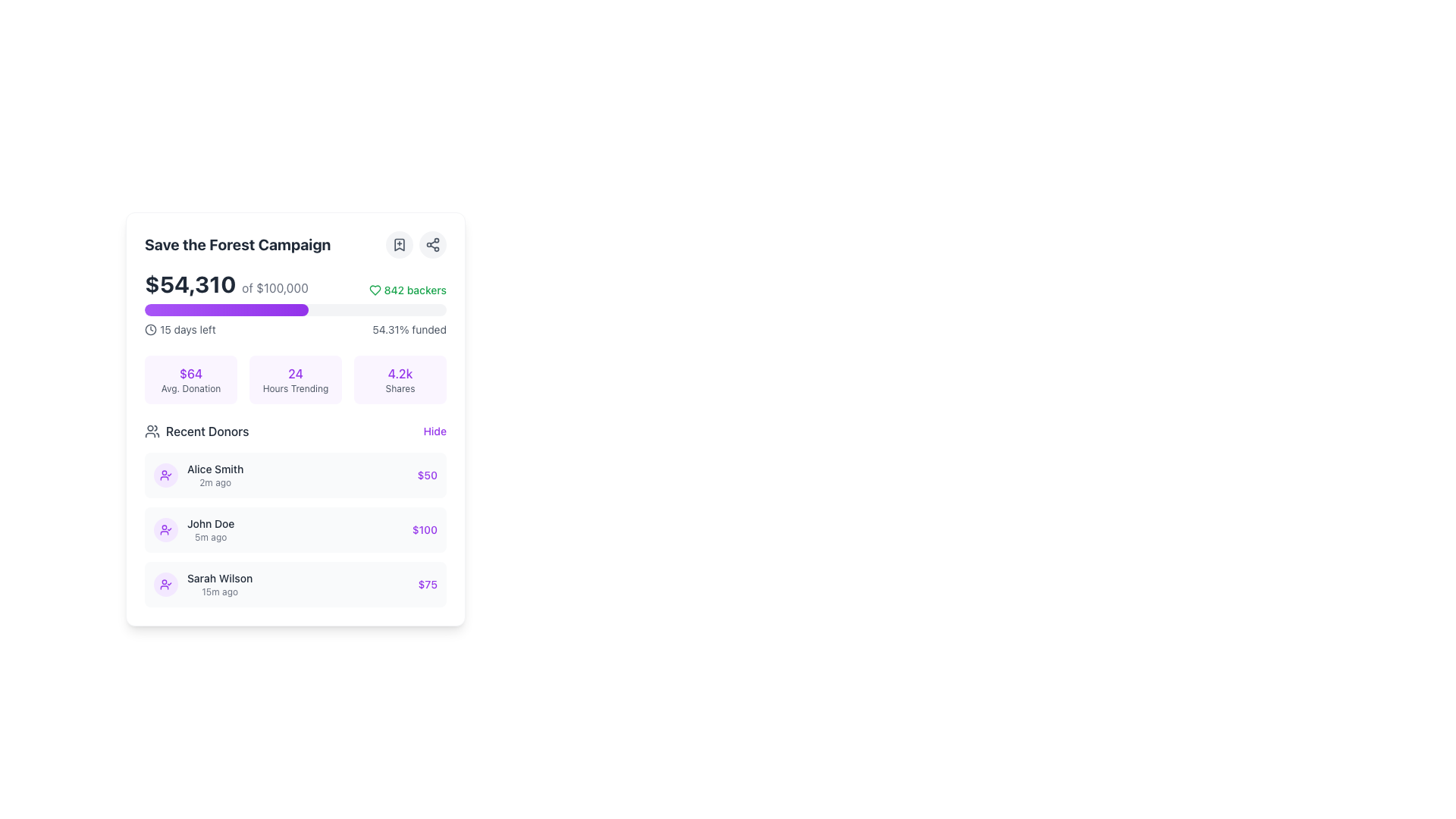  What do you see at coordinates (166, 529) in the screenshot?
I see `the small purple user profile icon with a check mark located to the left of 'Alice Smith' in the 'Recent Donors' list under the 'Save the Forest Campaign' panel` at bounding box center [166, 529].